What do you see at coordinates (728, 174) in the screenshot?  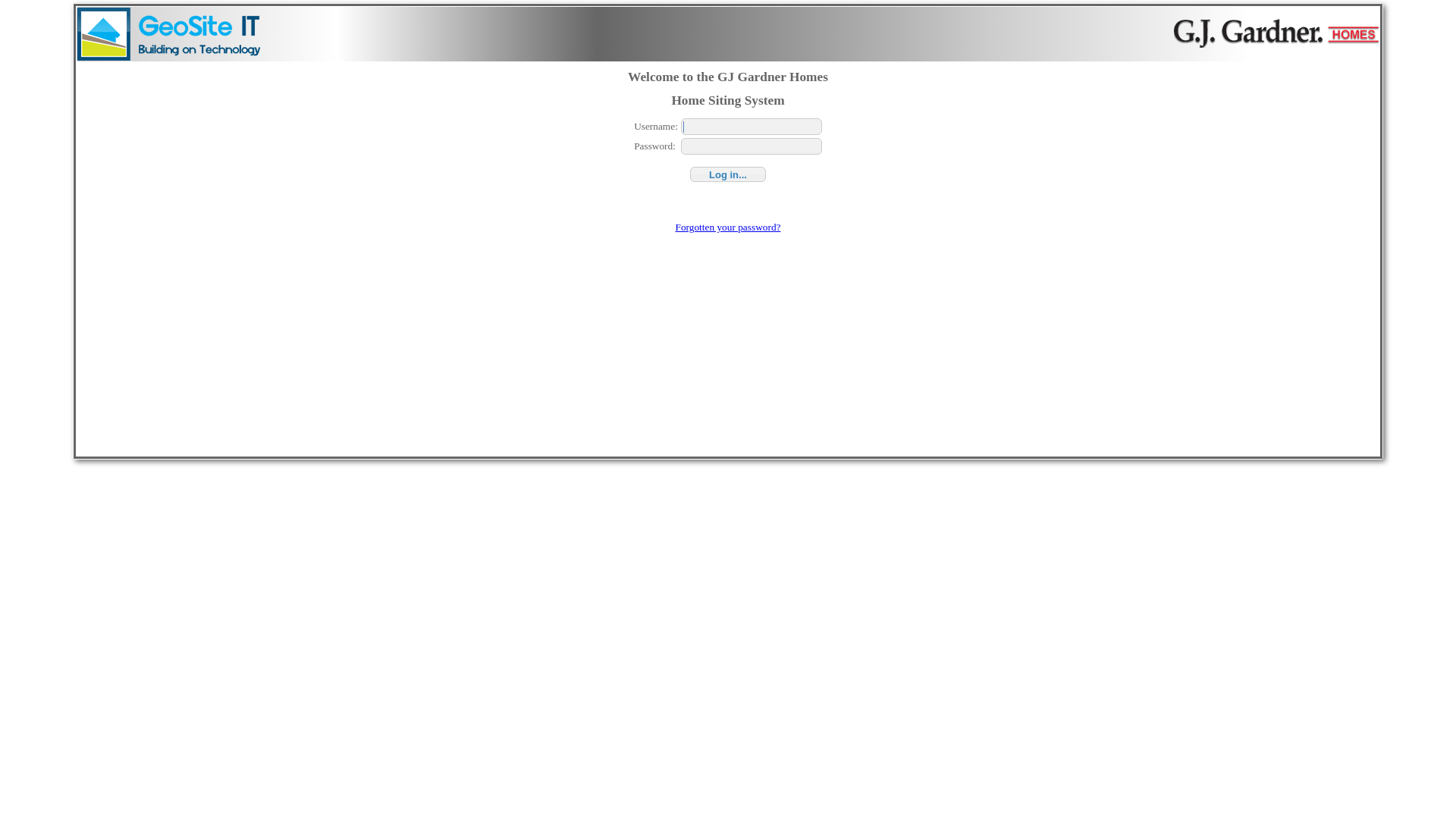 I see `'Log in...'` at bounding box center [728, 174].